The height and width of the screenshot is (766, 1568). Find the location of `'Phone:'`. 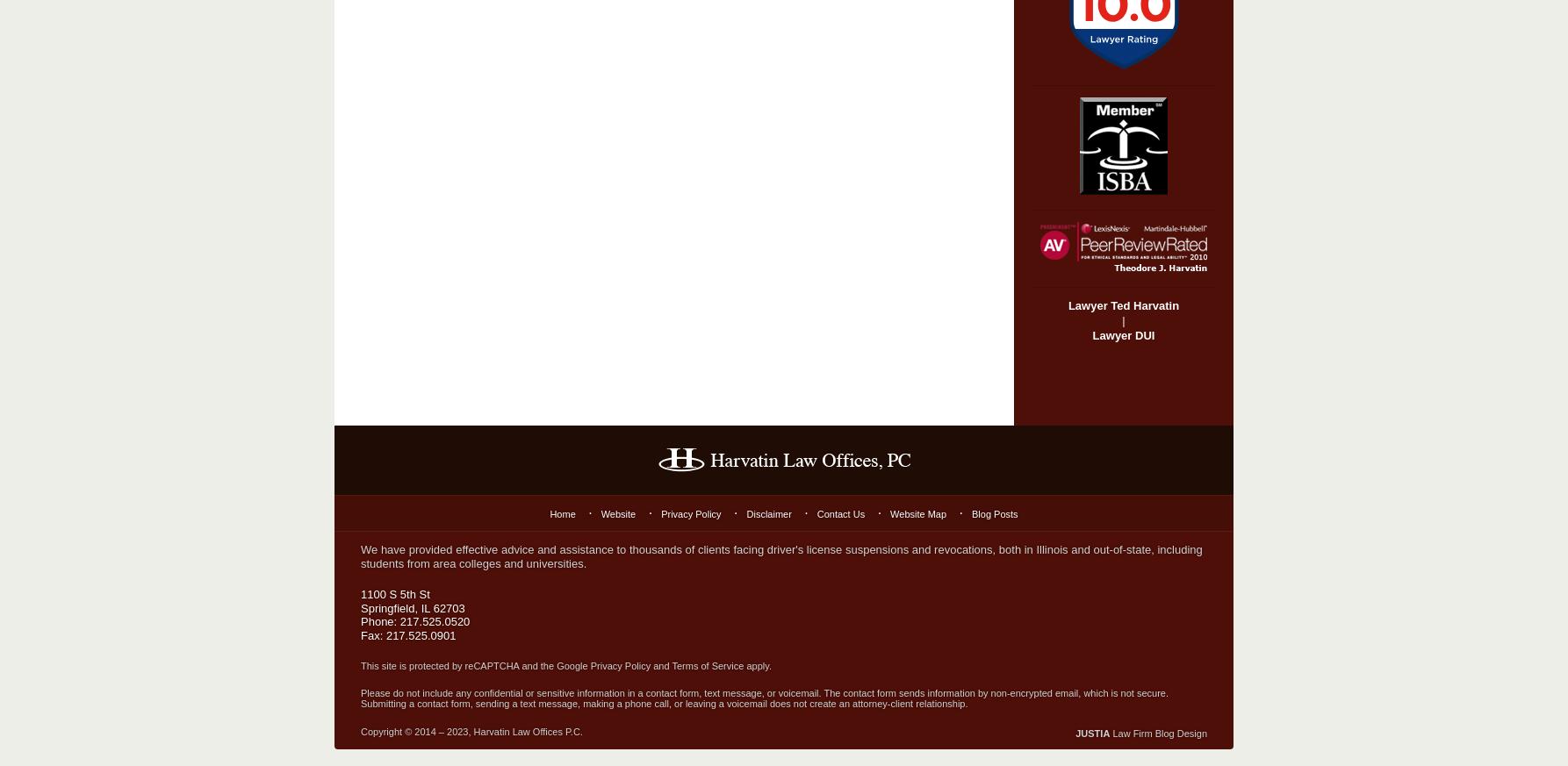

'Phone:' is located at coordinates (379, 620).